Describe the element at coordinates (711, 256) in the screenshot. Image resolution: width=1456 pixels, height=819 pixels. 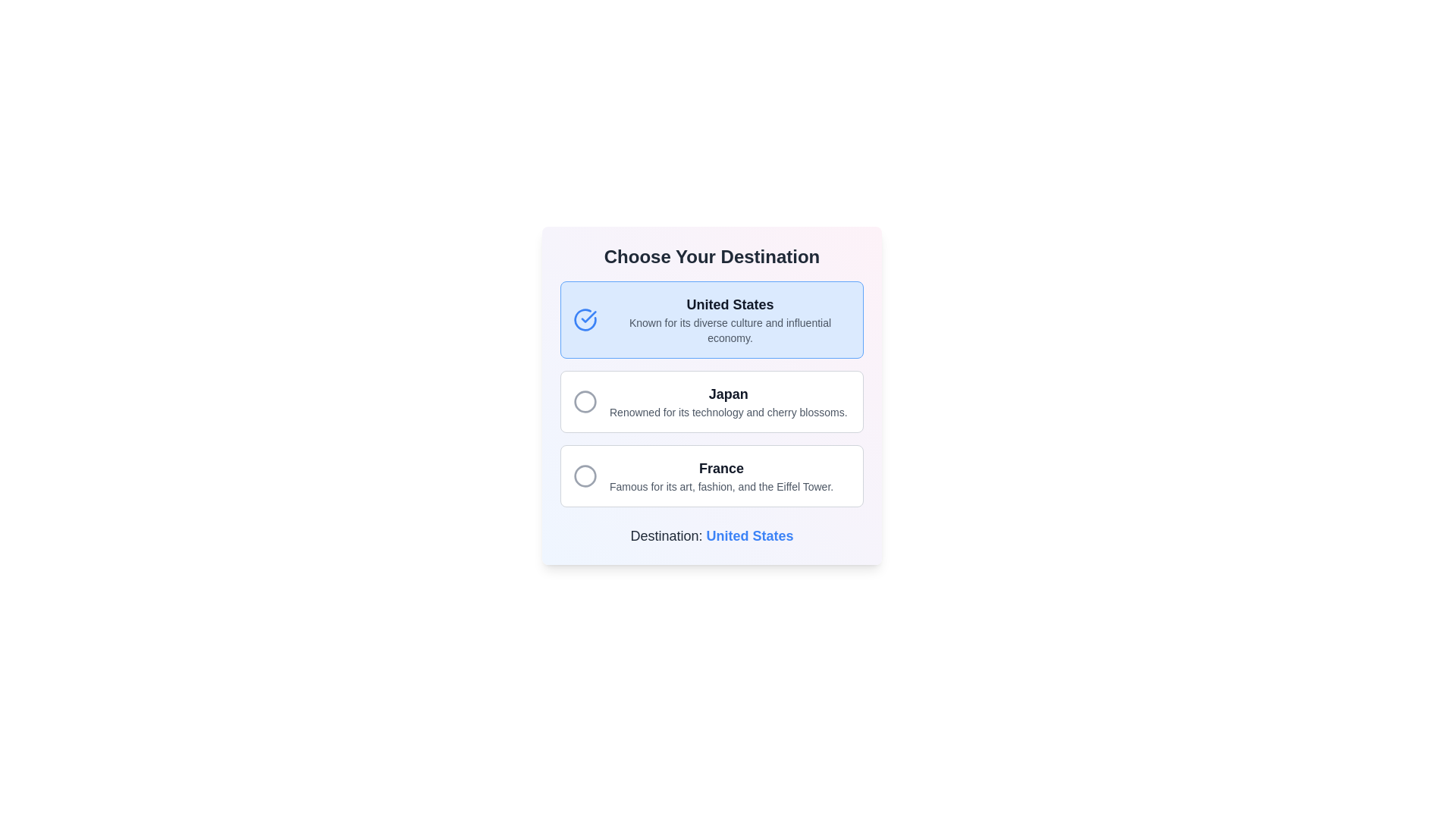
I see `the static header text label that introduces the section for choosing a destination` at that location.